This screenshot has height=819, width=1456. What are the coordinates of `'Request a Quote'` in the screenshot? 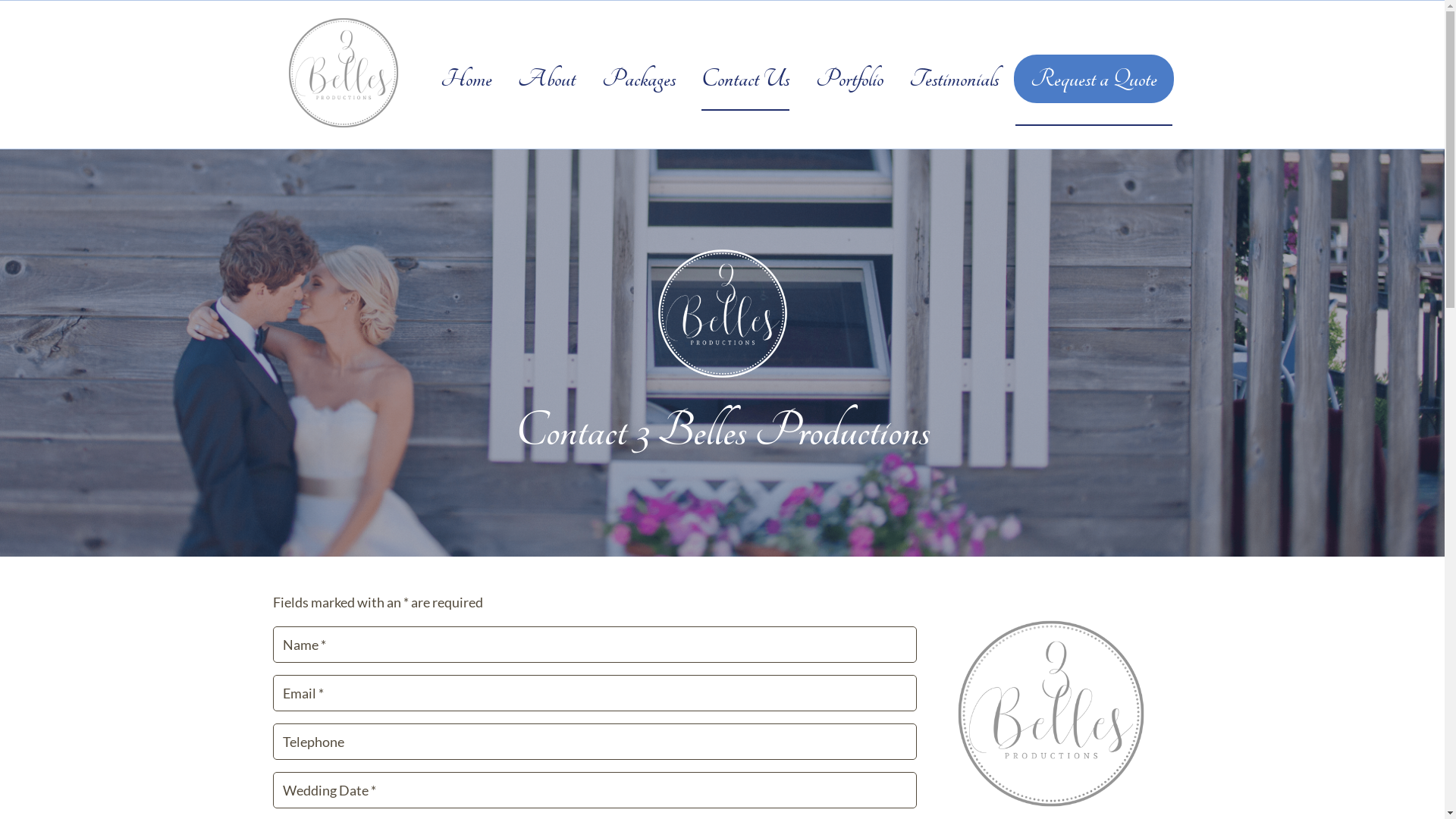 It's located at (1093, 79).